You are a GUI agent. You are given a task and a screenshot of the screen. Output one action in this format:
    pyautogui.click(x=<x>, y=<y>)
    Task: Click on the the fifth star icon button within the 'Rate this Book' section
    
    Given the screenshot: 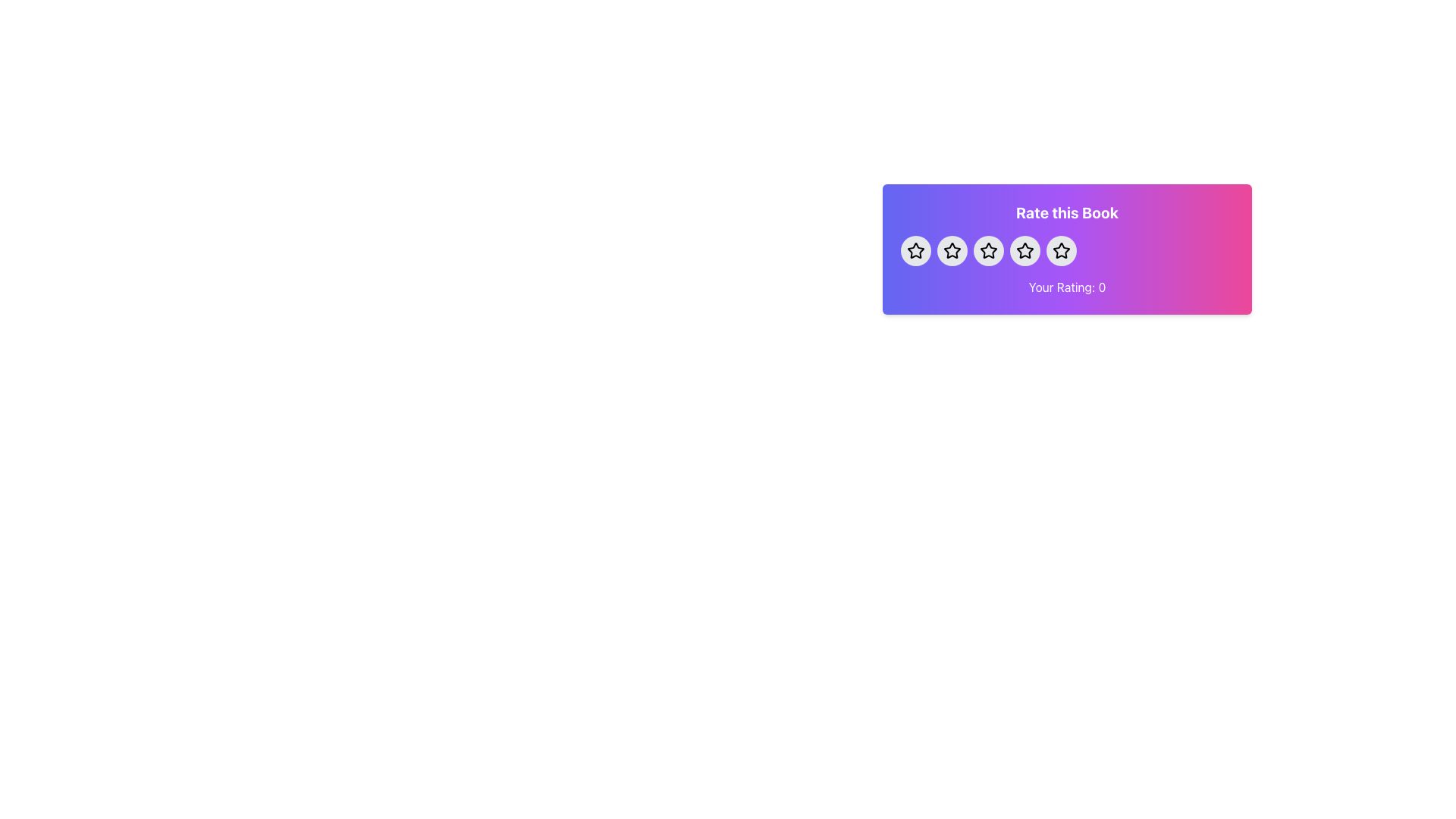 What is the action you would take?
    pyautogui.click(x=1061, y=250)
    